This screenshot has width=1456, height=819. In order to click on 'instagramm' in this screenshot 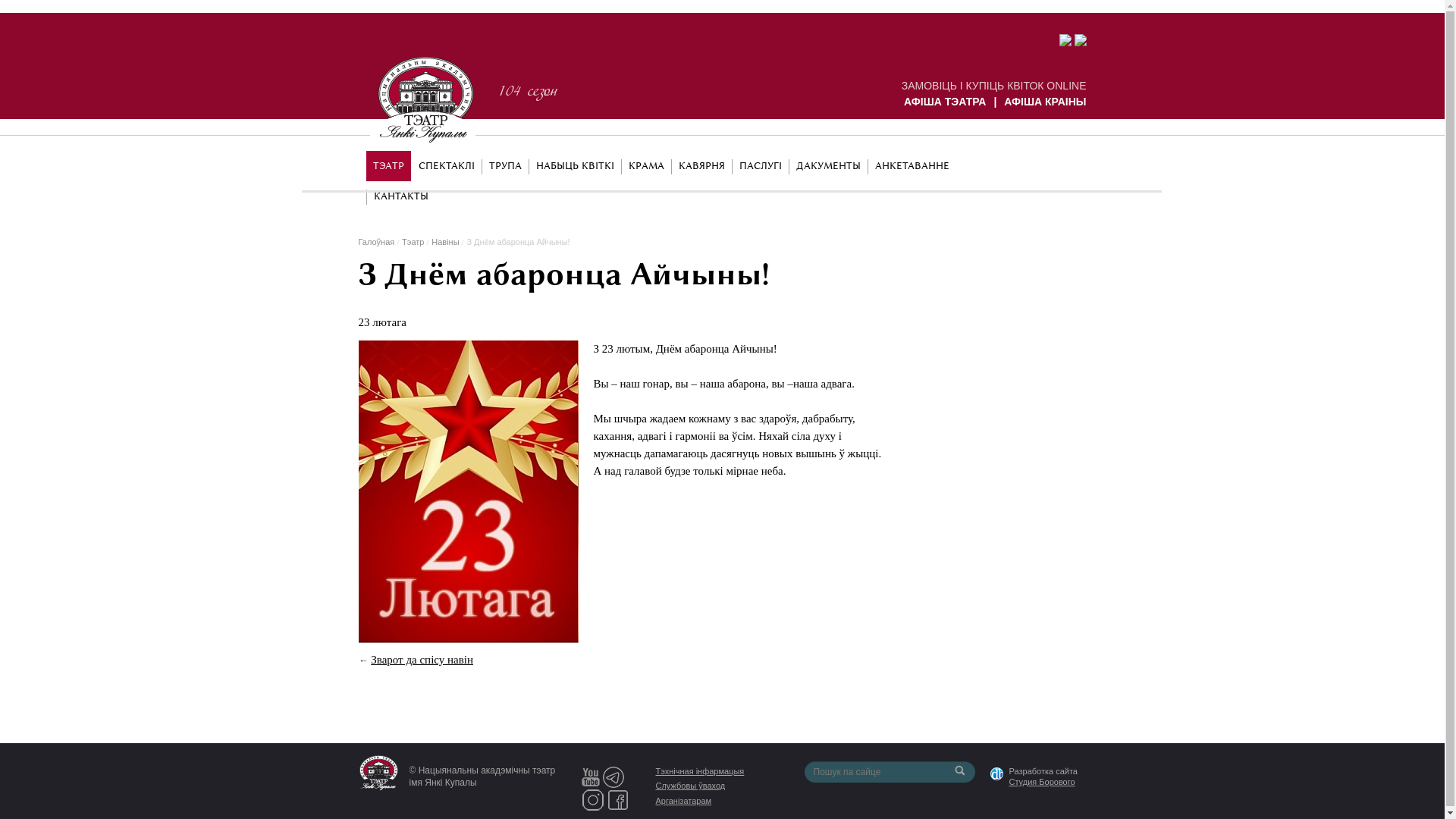, I will do `click(580, 798)`.